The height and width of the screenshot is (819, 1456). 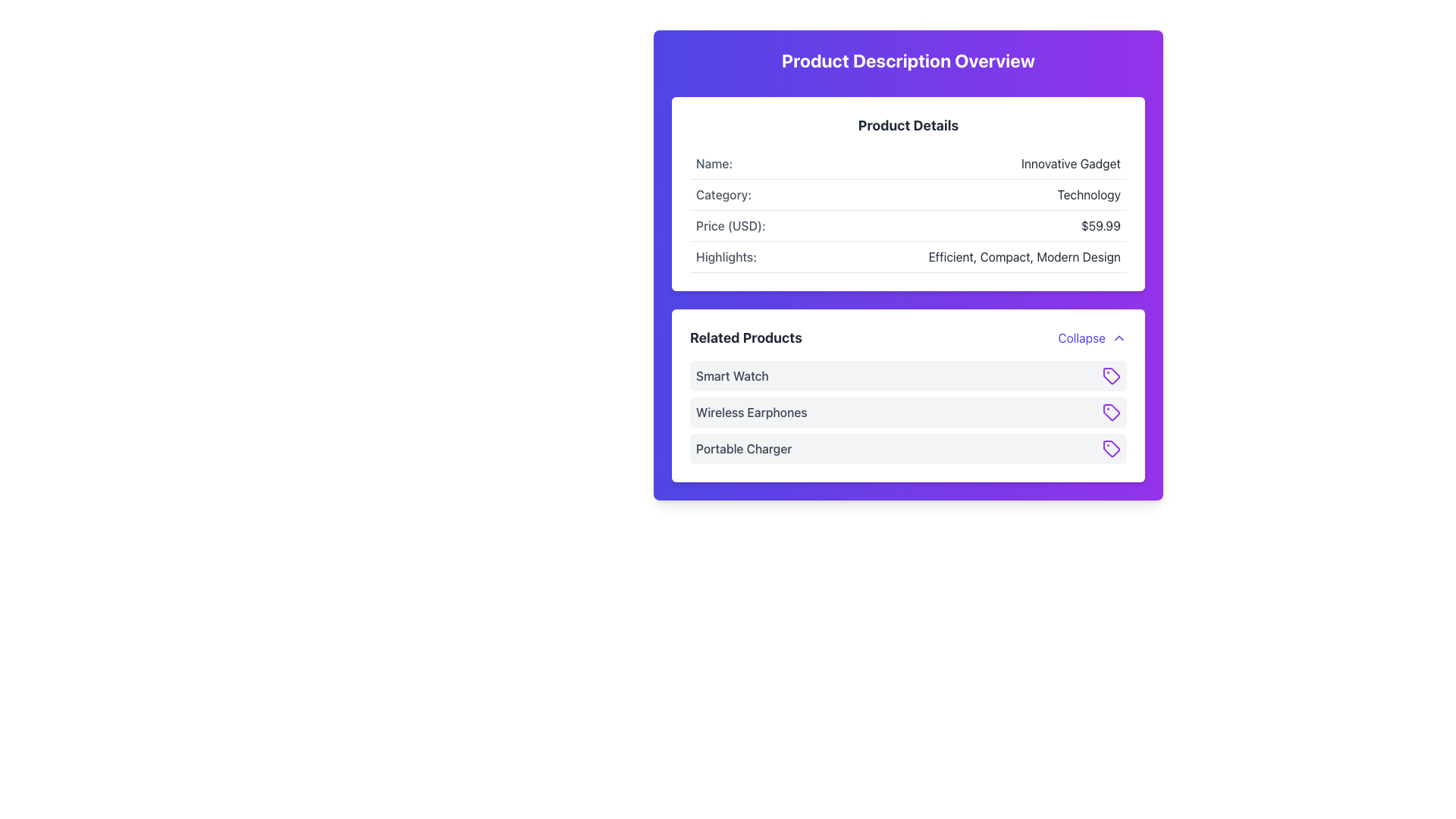 I want to click on the Text Label displaying product highlights in the 'Product Details' section, located below the 'Price (USD):' field and adjacent to 'Highlights:', so click(x=1025, y=256).